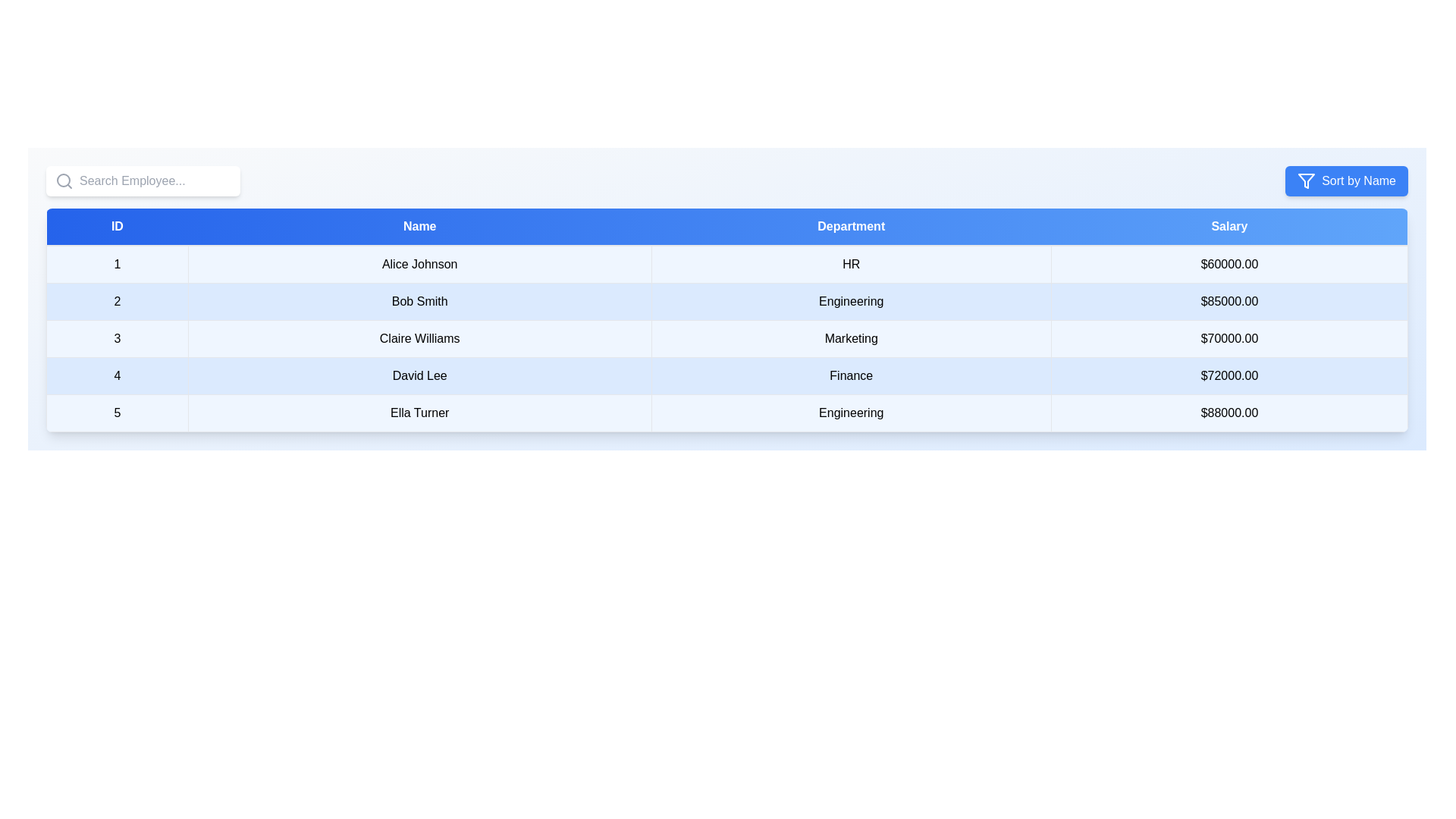 Image resolution: width=1456 pixels, height=819 pixels. Describe the element at coordinates (1229, 375) in the screenshot. I see `the static text cell displaying the salary '$72000.00' for 'David Lee' in the fourth column of the table` at that location.